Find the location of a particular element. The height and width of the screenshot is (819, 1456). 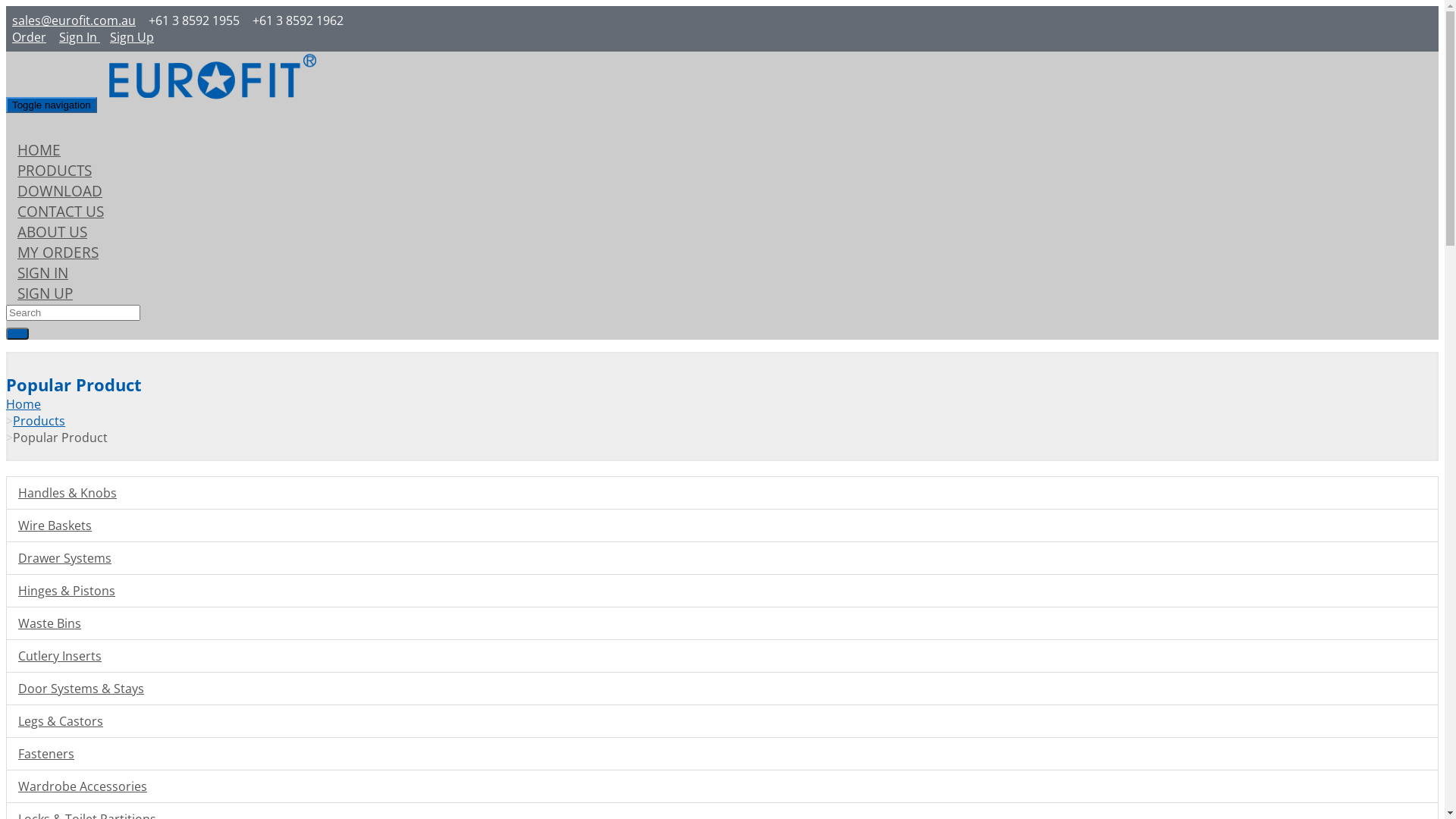

'Toggle navigation' is located at coordinates (51, 104).